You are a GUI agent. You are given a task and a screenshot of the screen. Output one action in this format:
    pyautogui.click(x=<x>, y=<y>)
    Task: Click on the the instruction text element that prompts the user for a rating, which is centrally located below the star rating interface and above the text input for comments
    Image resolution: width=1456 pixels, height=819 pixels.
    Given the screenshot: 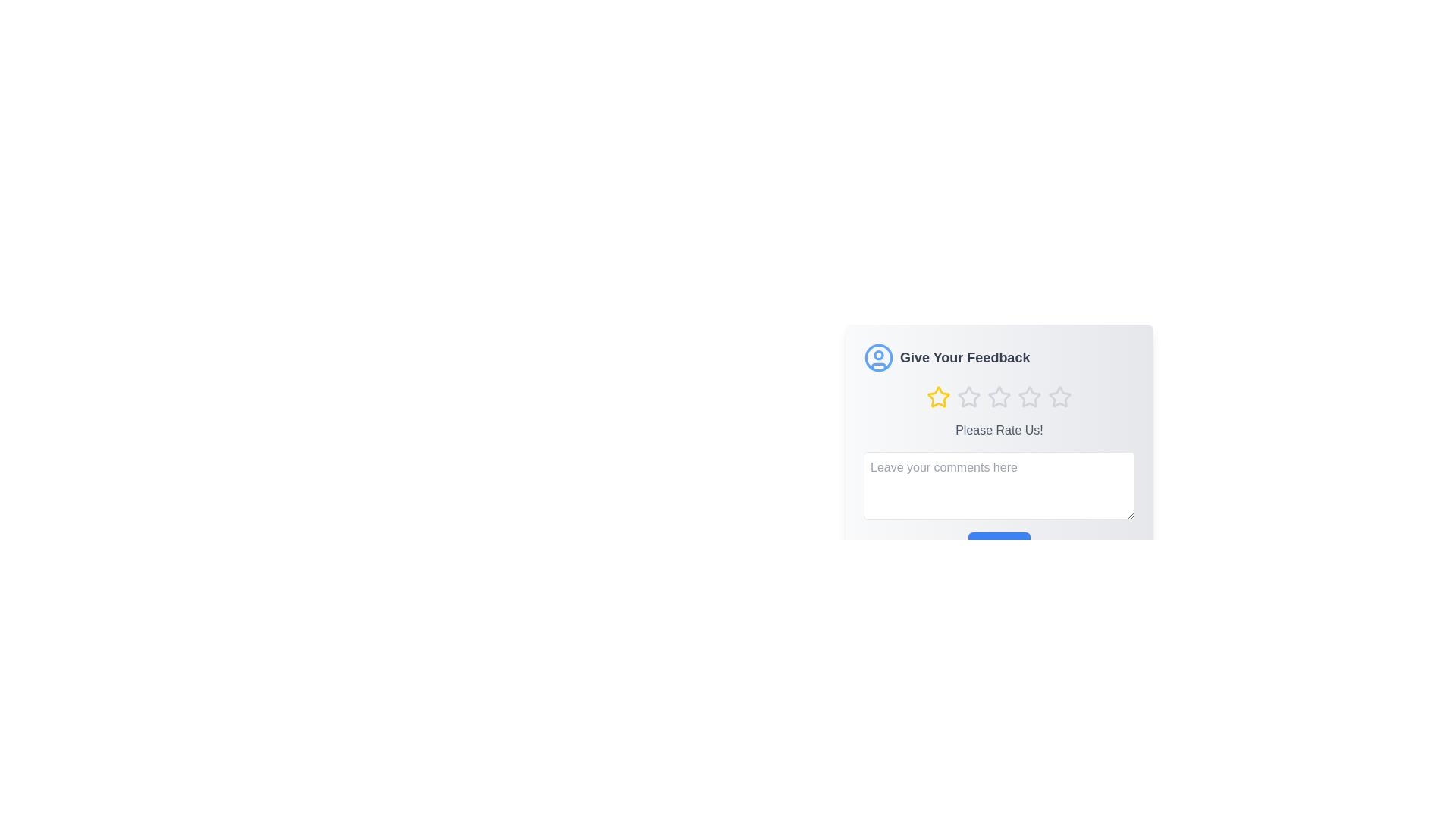 What is the action you would take?
    pyautogui.click(x=999, y=430)
    